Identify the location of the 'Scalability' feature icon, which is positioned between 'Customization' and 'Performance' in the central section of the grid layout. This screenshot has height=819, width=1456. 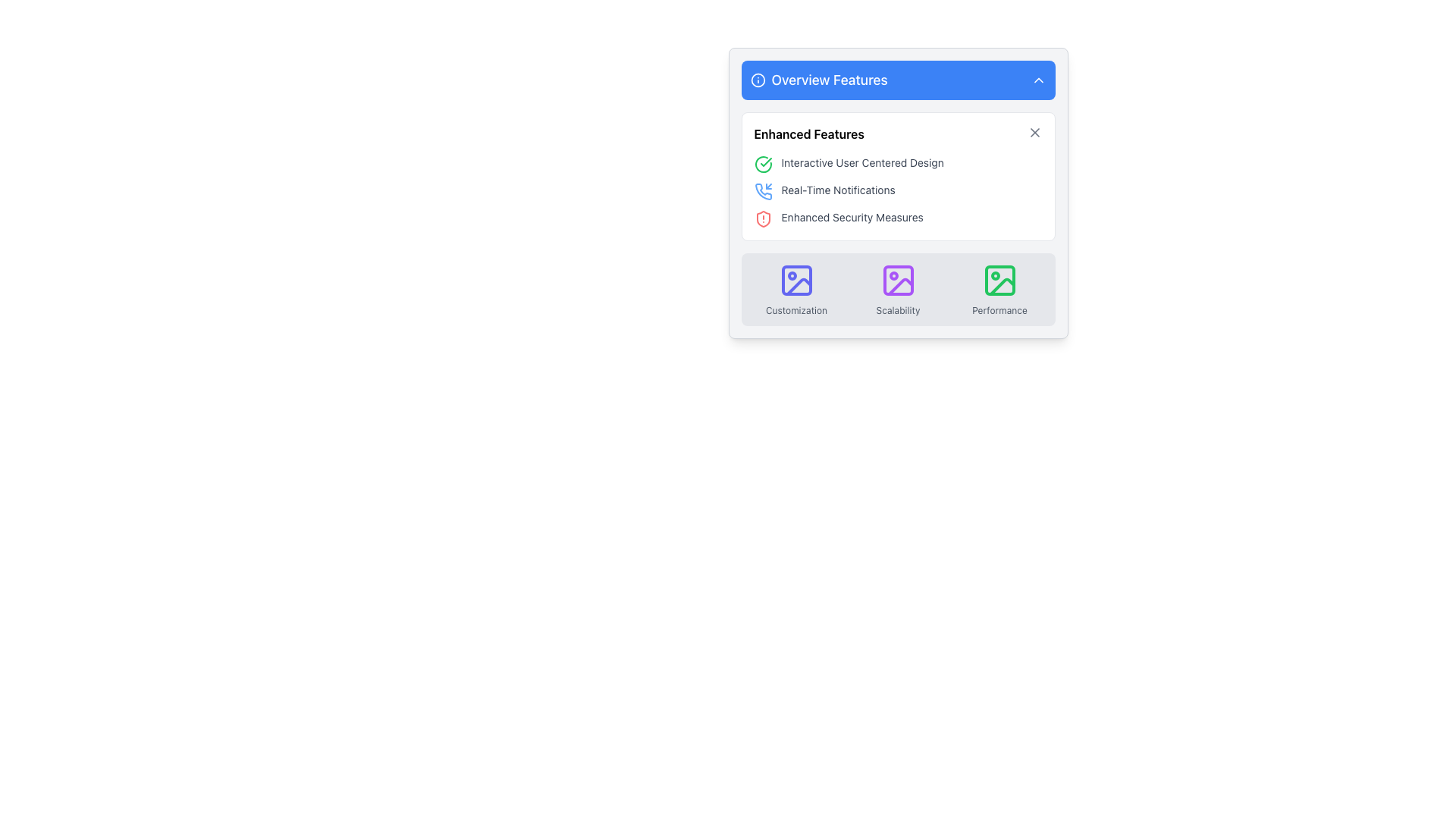
(898, 289).